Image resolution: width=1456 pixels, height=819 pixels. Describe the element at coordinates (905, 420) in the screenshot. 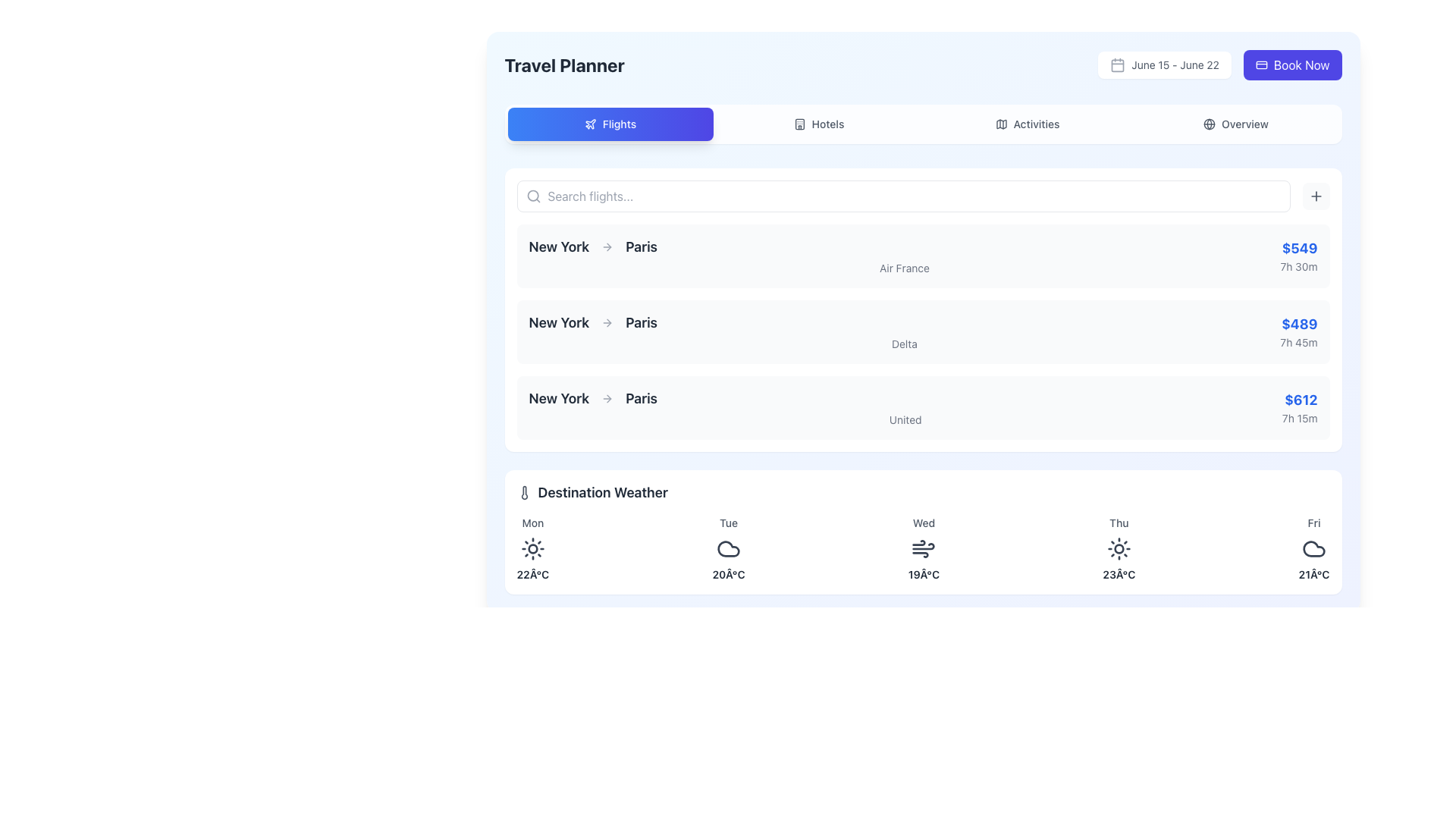

I see `the text label displaying 'United' in gray color, located under the flight details within the third flight option block` at that location.